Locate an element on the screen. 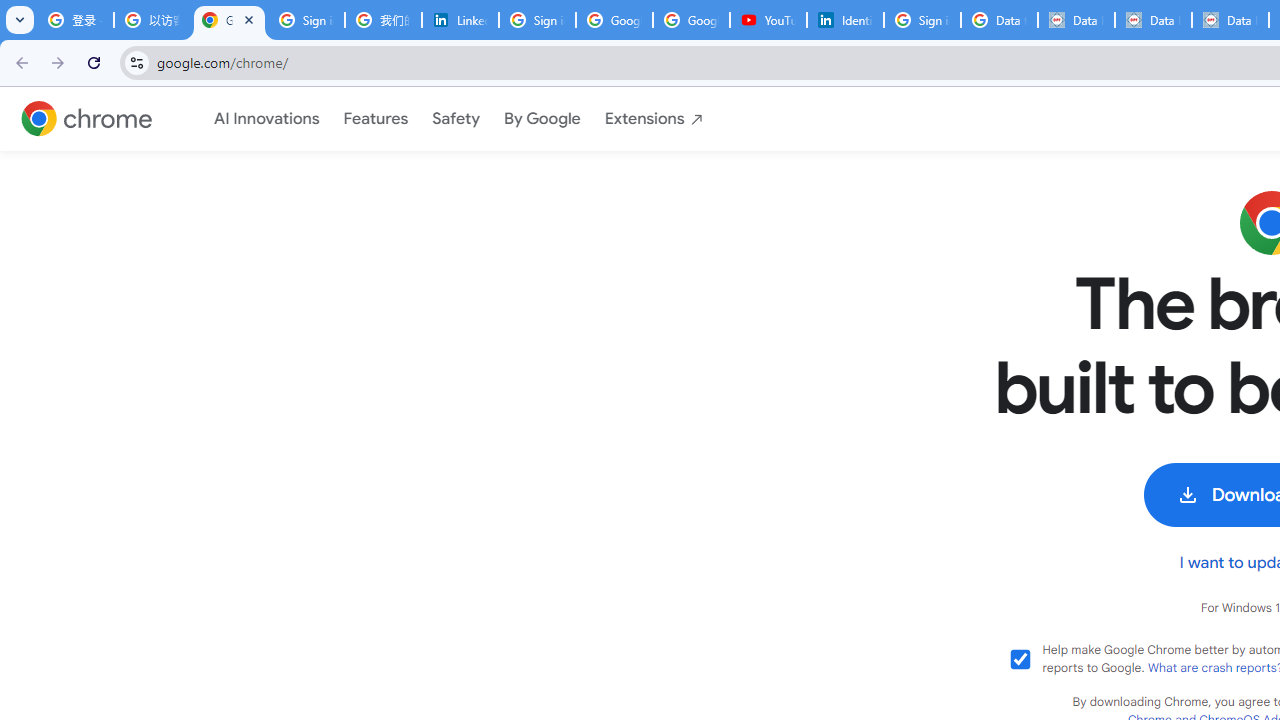  'LinkedIn Privacy Policy' is located at coordinates (459, 20).